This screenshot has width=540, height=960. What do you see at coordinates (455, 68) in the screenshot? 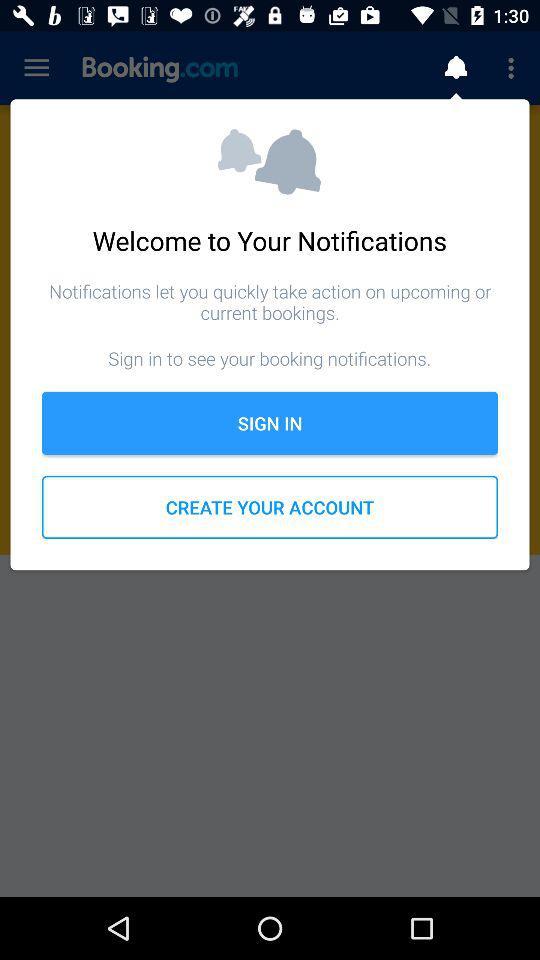
I see `the bell option` at bounding box center [455, 68].